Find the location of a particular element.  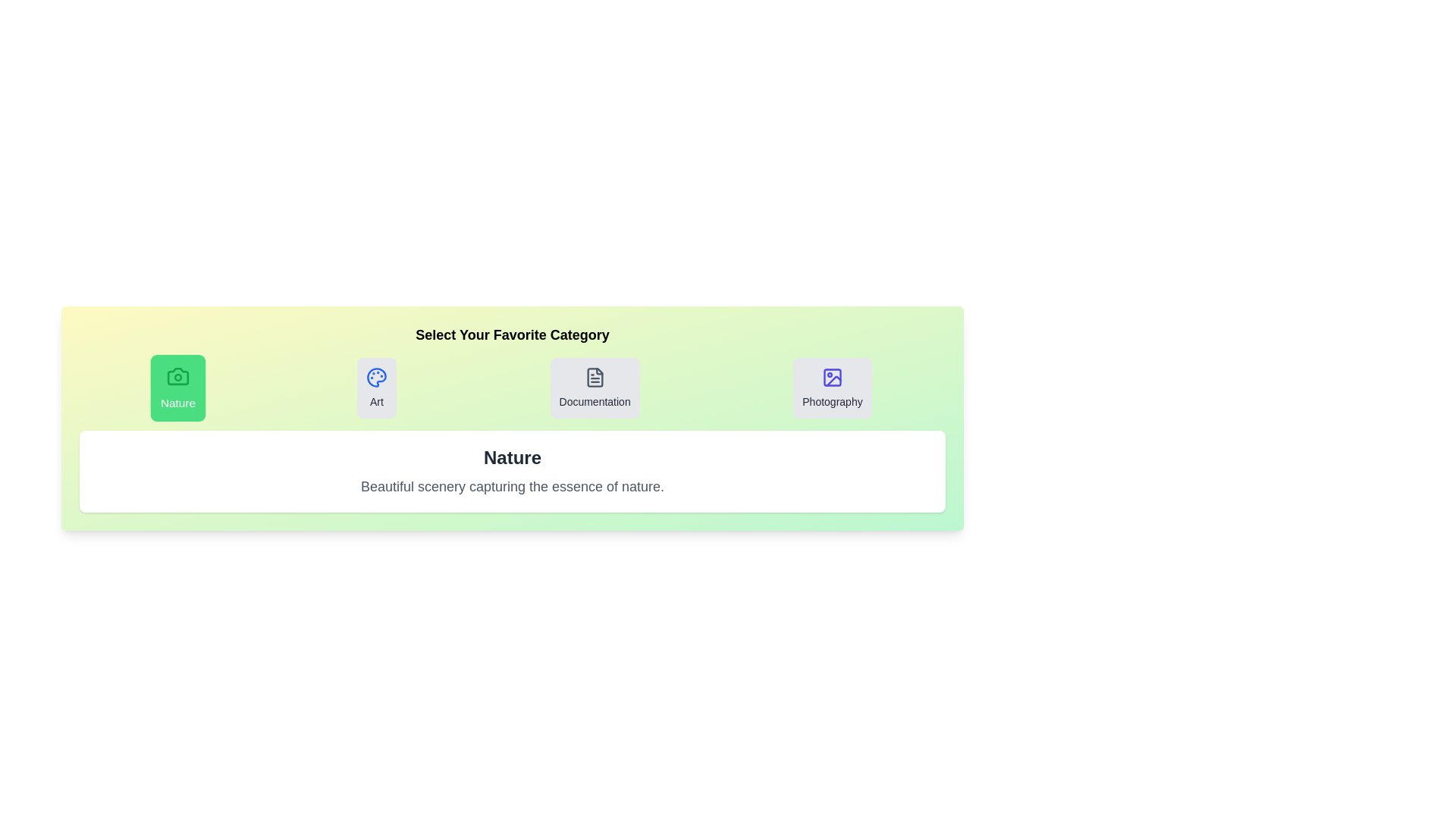

the 'Documentation' category tab is located at coordinates (594, 388).